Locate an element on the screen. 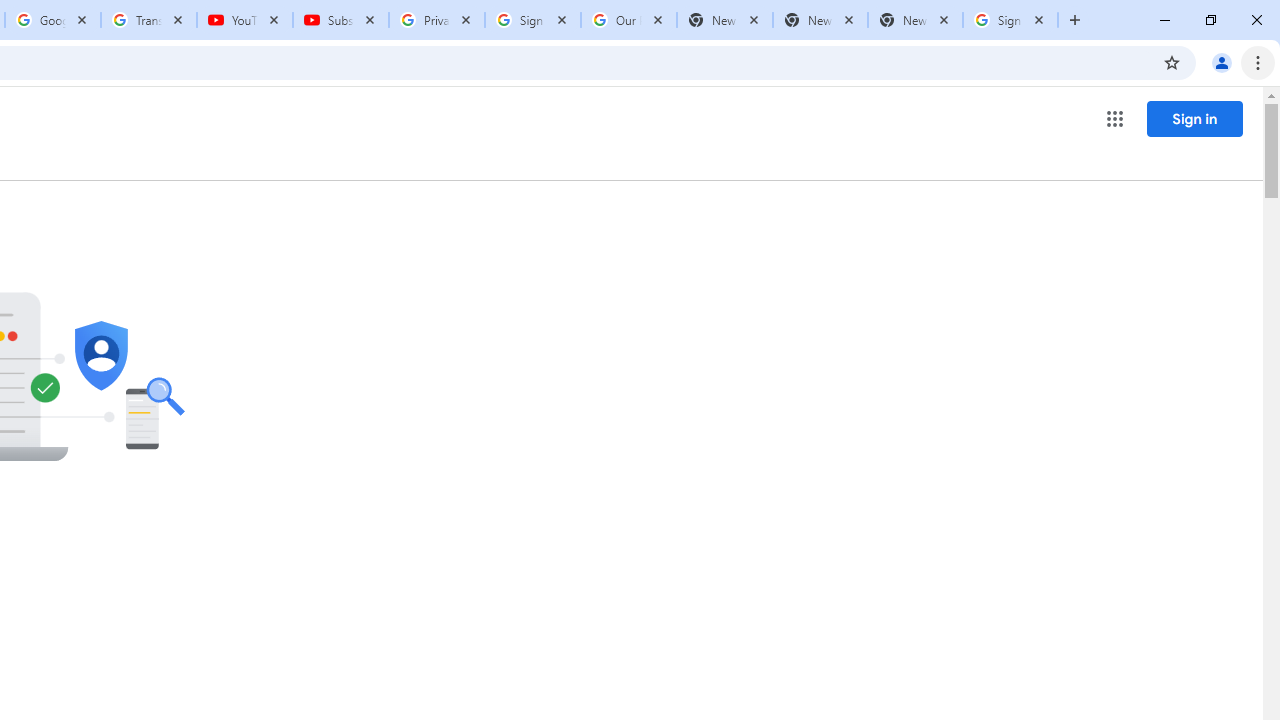  'YouTube' is located at coordinates (244, 20).